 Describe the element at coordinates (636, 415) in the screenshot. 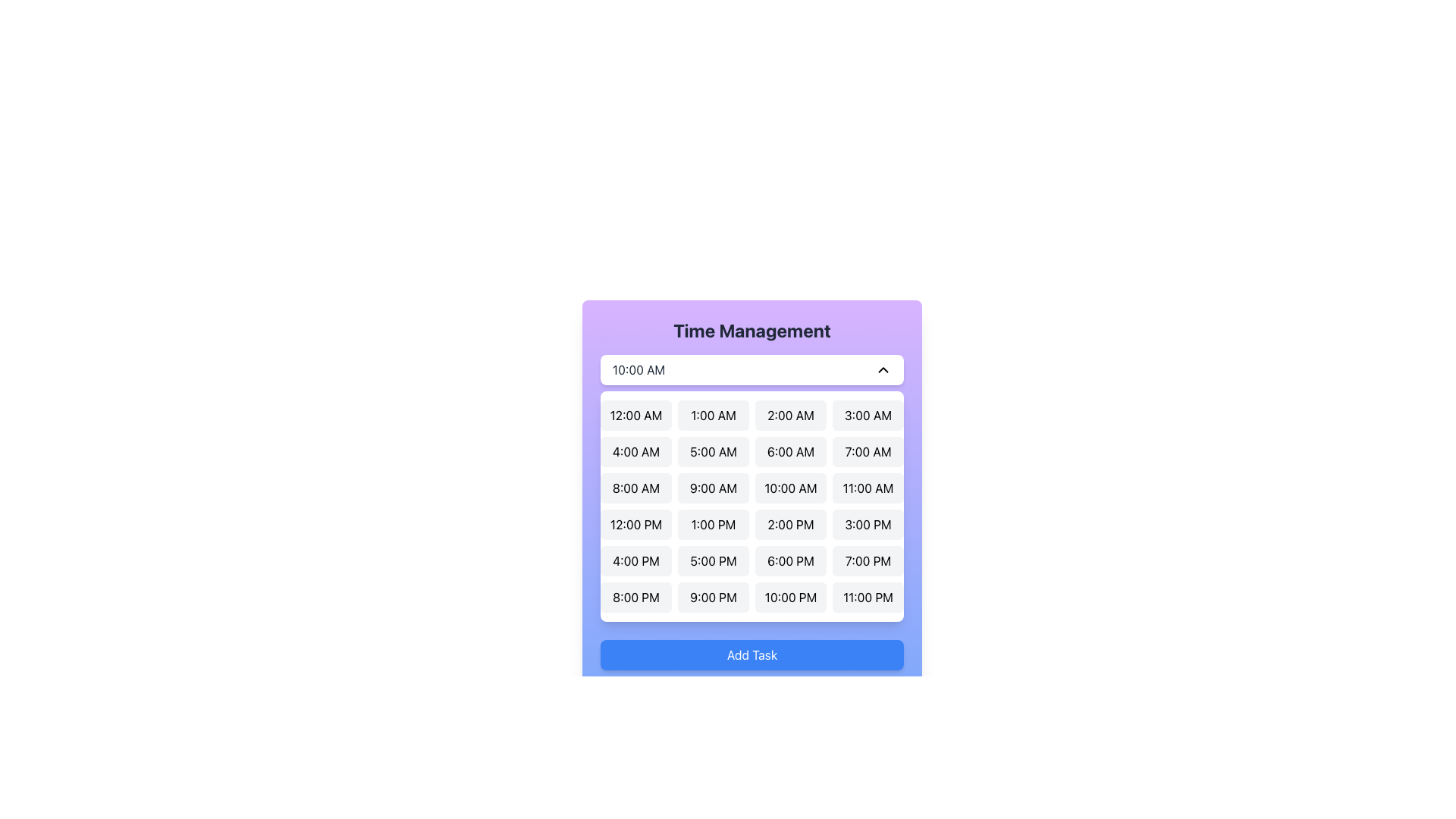

I see `the '12:00 AM' button, which is a rectangular button located in the top-left of the time selection grid in the 'Time Management' popover` at that location.